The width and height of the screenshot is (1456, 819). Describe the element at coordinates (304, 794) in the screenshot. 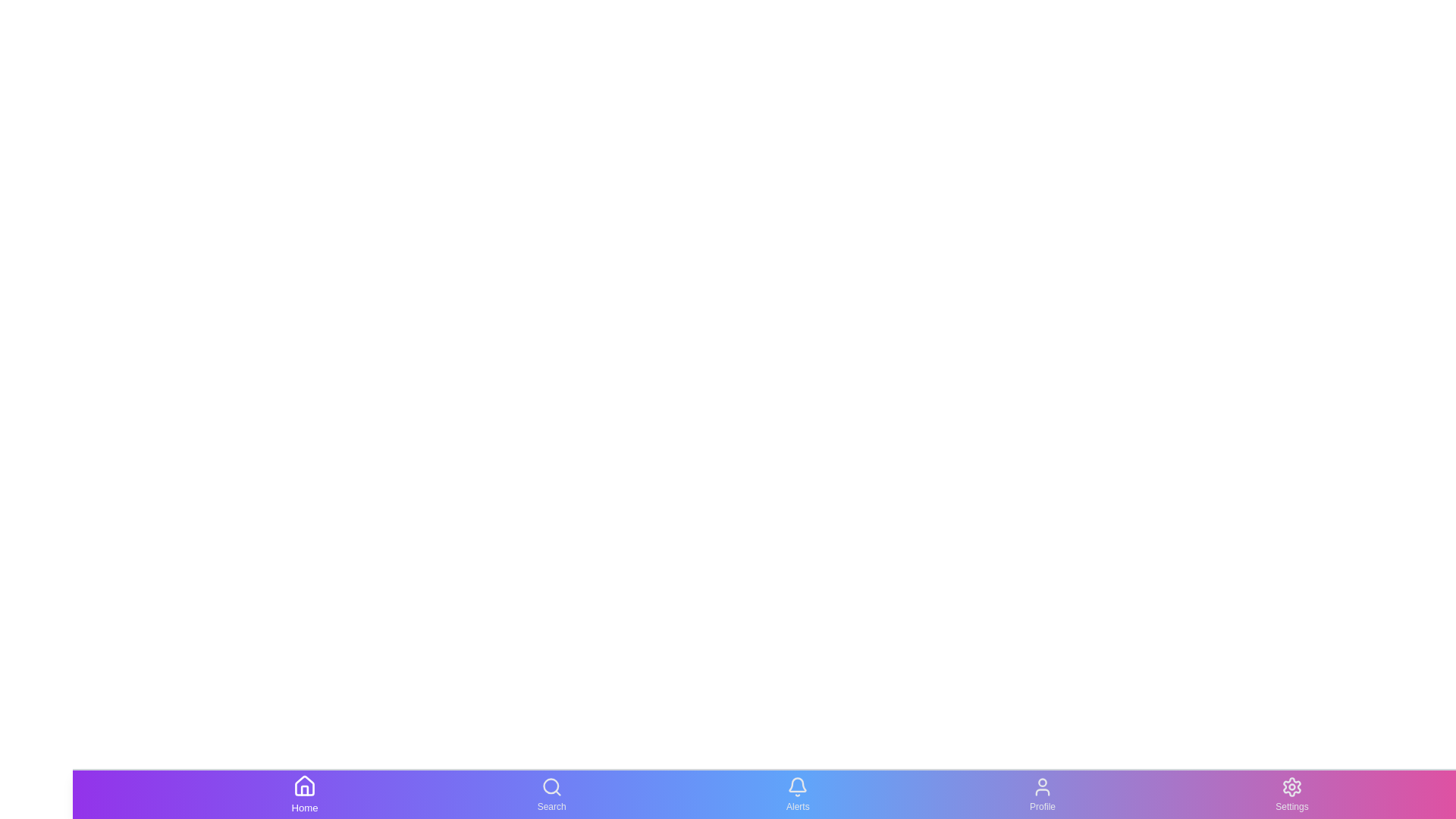

I see `the Home tab in the bottom navigation bar` at that location.